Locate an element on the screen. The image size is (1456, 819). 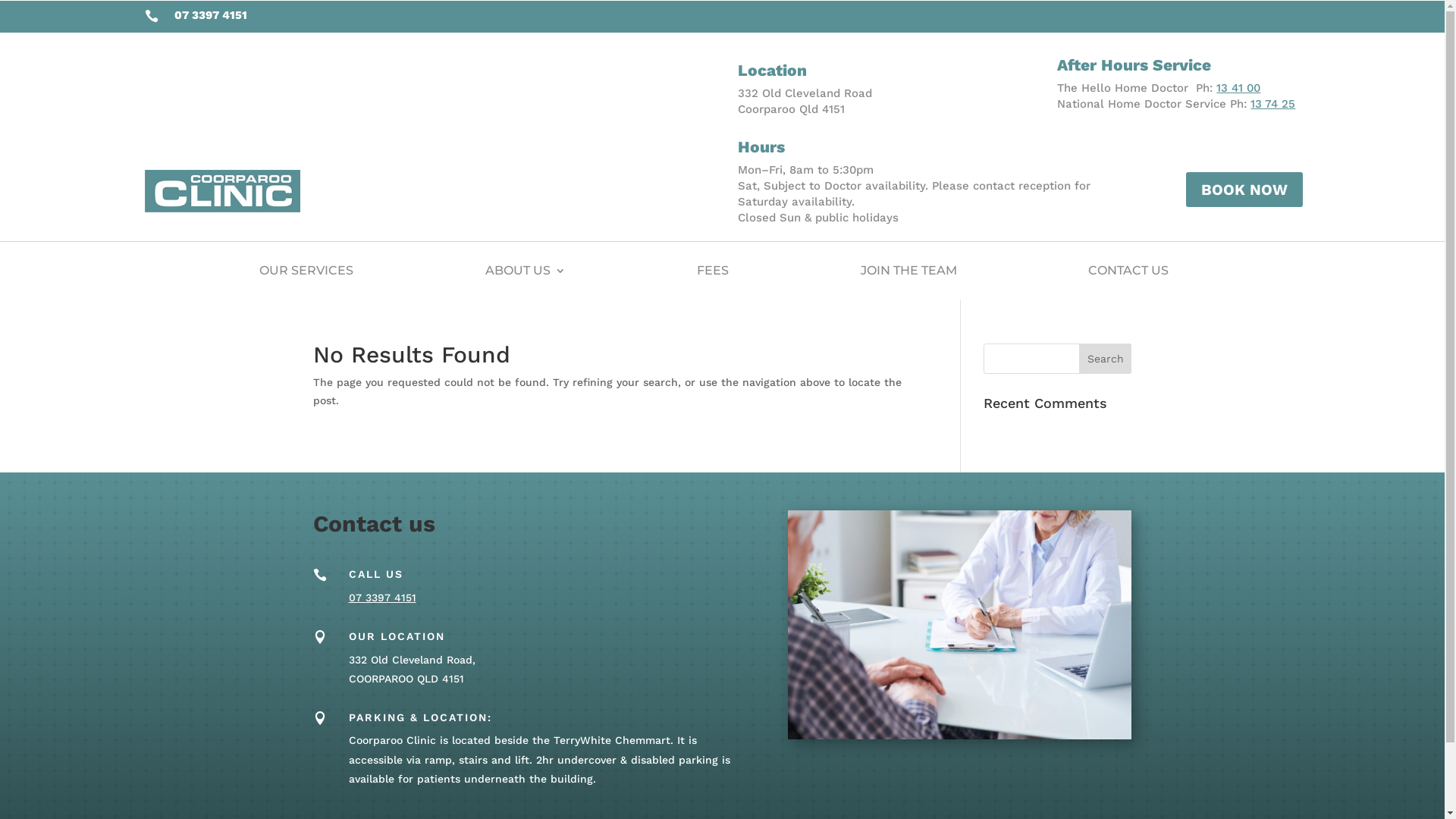
'JOIN THE TEAM' is located at coordinates (908, 270).